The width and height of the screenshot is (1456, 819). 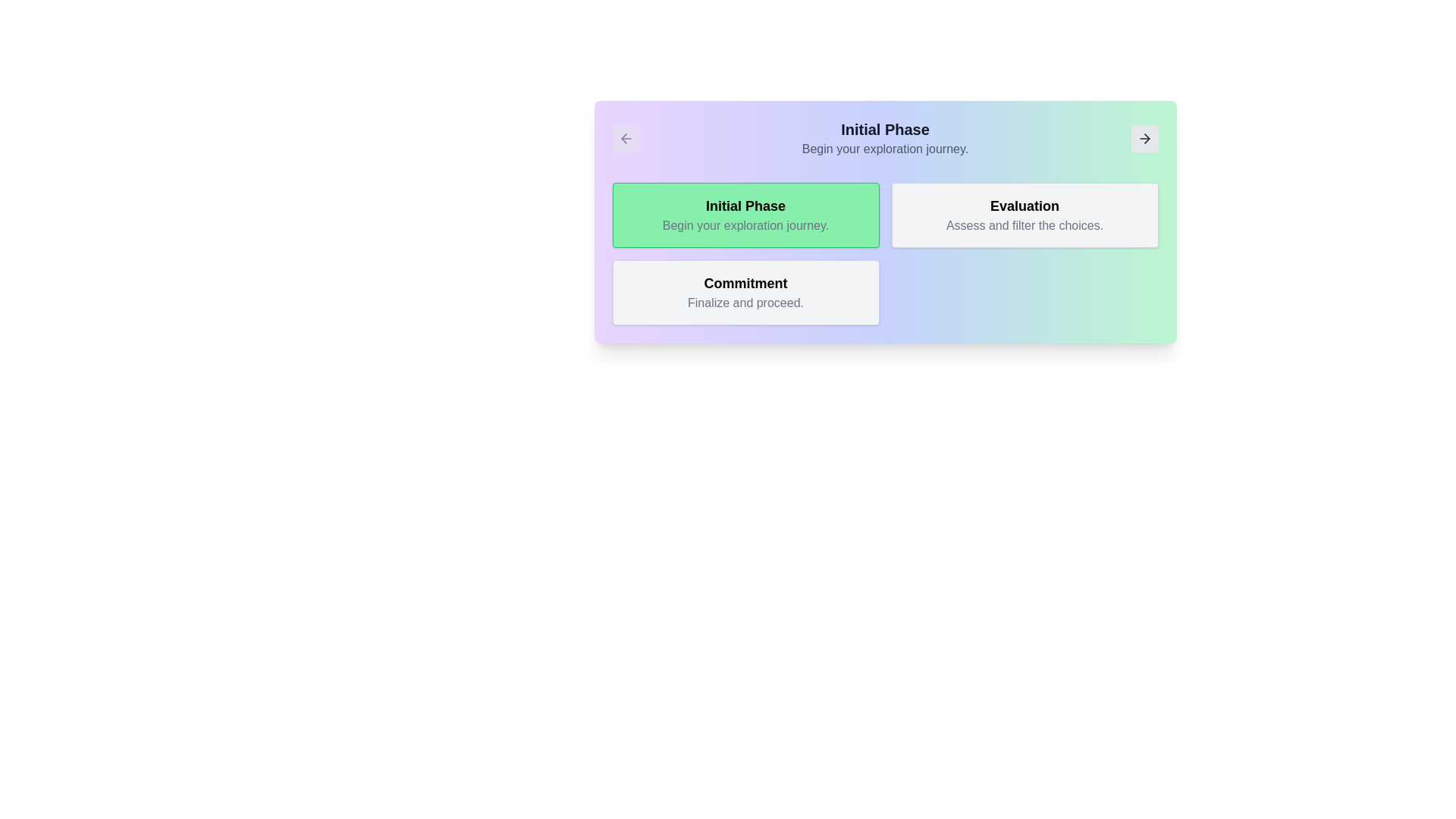 I want to click on the text header labeled 'Initial Phase', which is bold and large, with dark gray color against a gradient background, so click(x=885, y=128).